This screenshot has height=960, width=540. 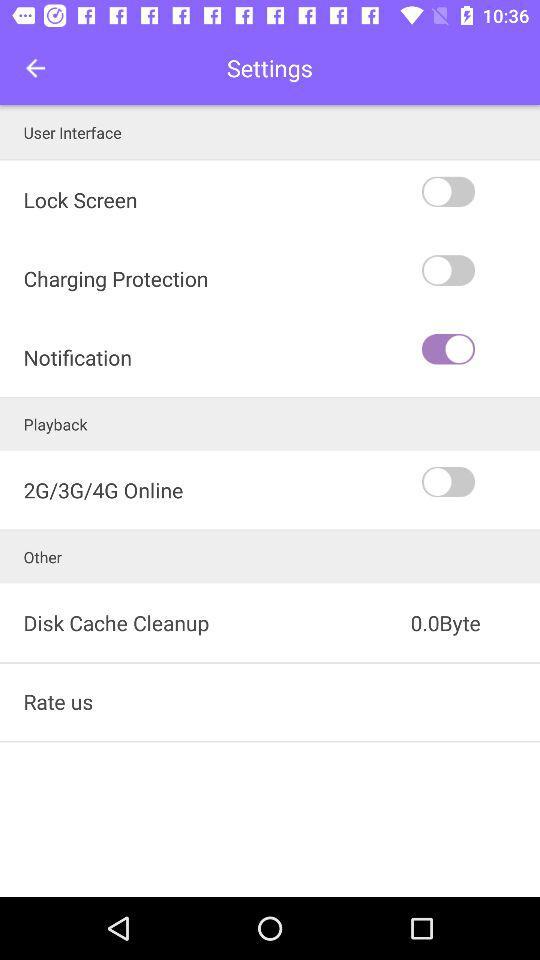 I want to click on the button beside 2g3g4g online, so click(x=478, y=481).